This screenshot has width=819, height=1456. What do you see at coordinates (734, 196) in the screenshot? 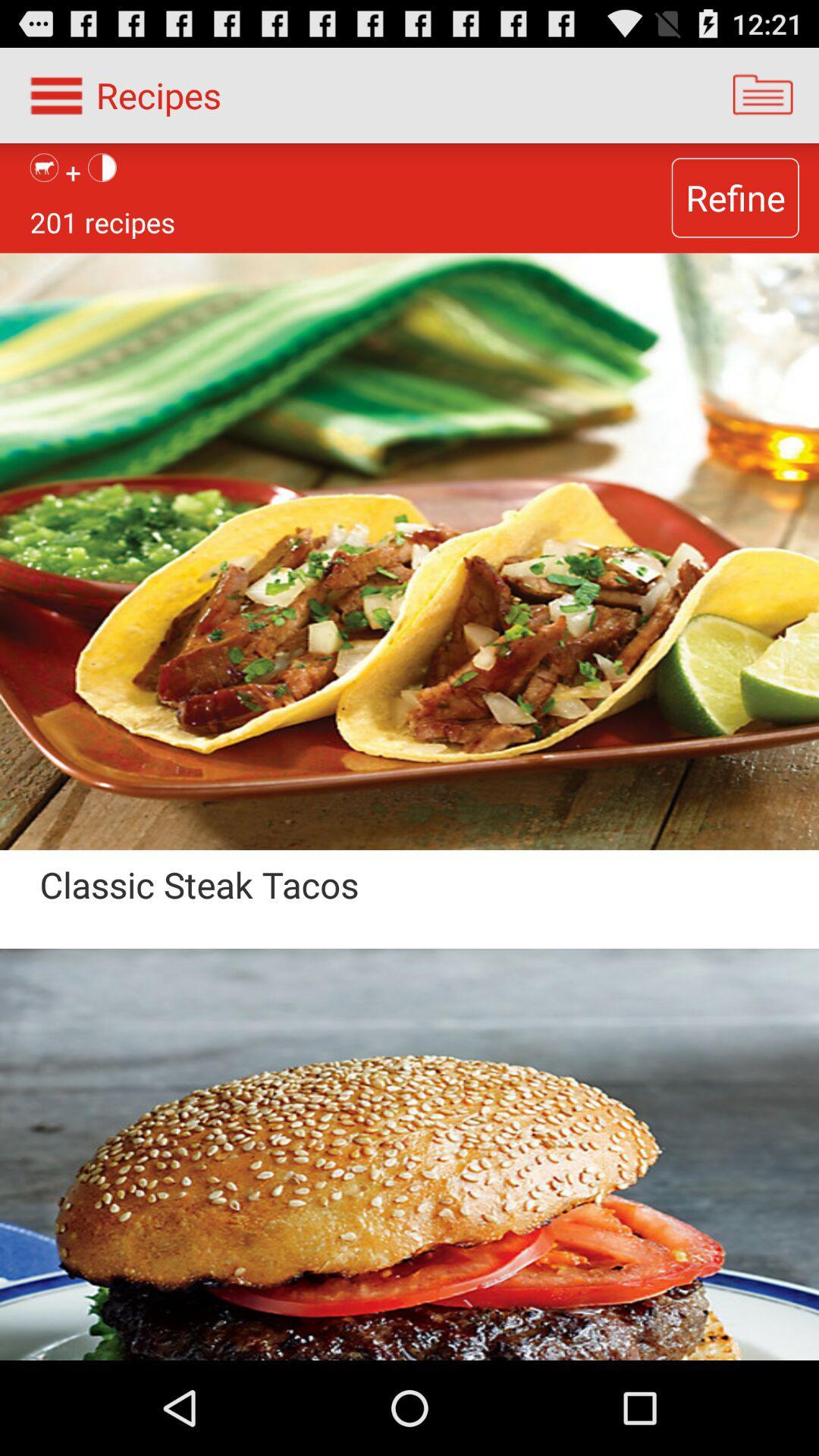
I see `the app to the right of 201 recipes` at bounding box center [734, 196].